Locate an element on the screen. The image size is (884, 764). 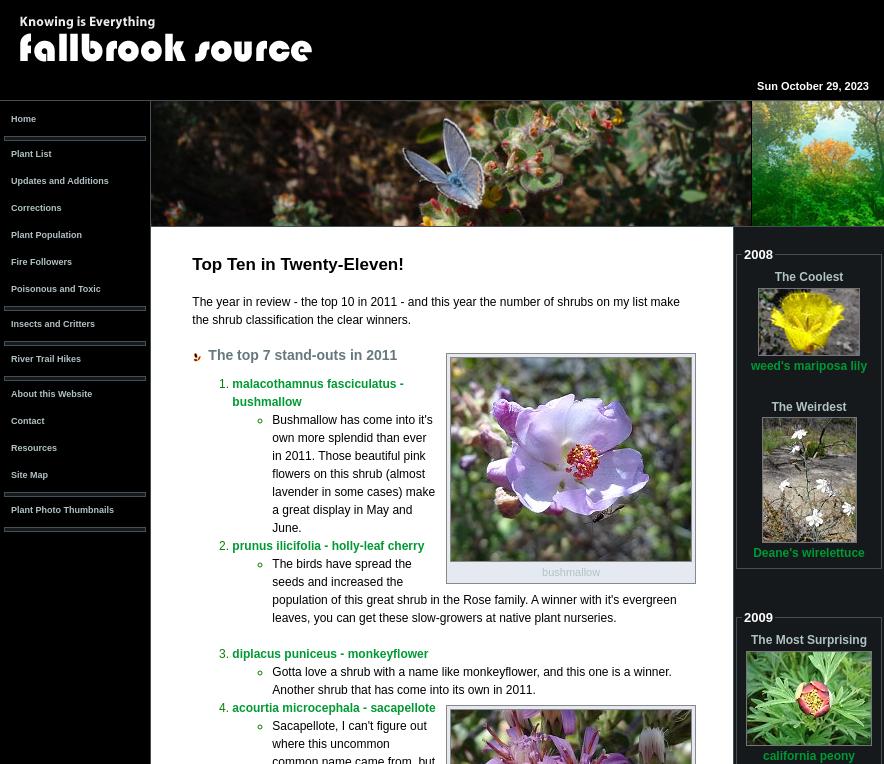
'Plant Photo Thumbnails' is located at coordinates (61, 508).